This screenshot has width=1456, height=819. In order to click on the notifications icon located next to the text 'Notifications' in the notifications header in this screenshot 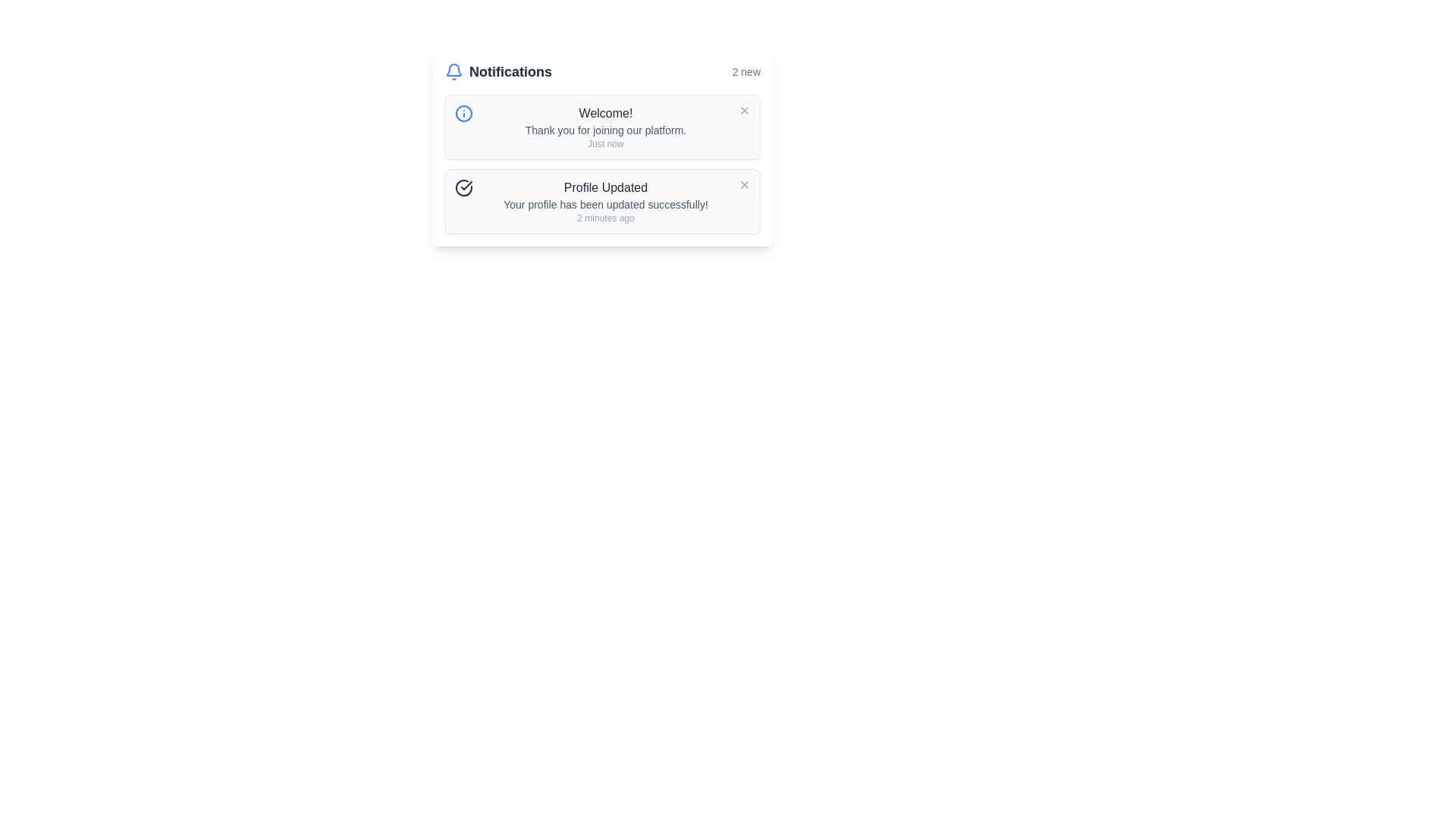, I will do `click(453, 72)`.